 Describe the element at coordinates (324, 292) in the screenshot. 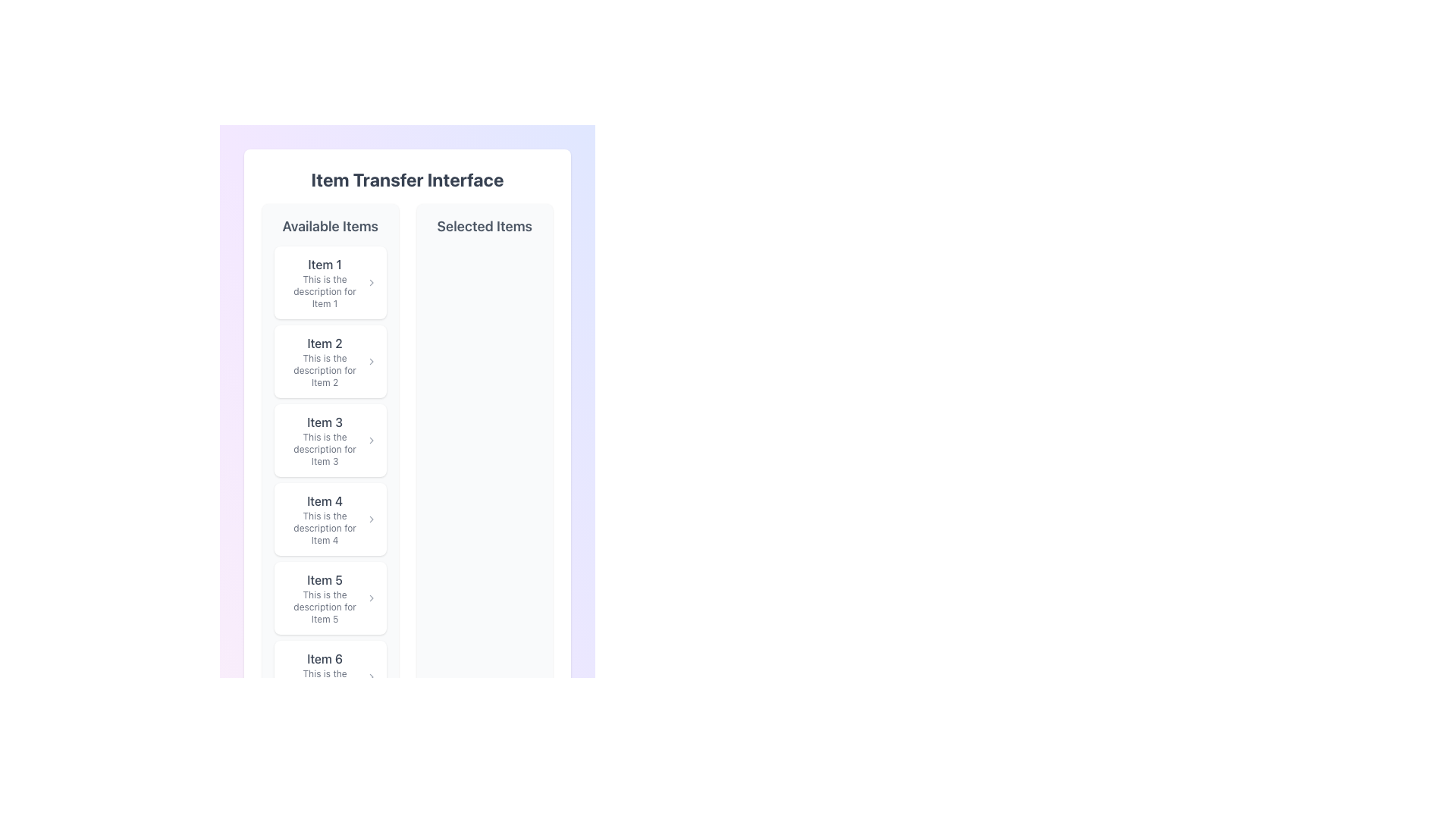

I see `the text label that reads 'This is the description for Item 1' located in the 'Available Items' section to read the full text if truncated` at that location.